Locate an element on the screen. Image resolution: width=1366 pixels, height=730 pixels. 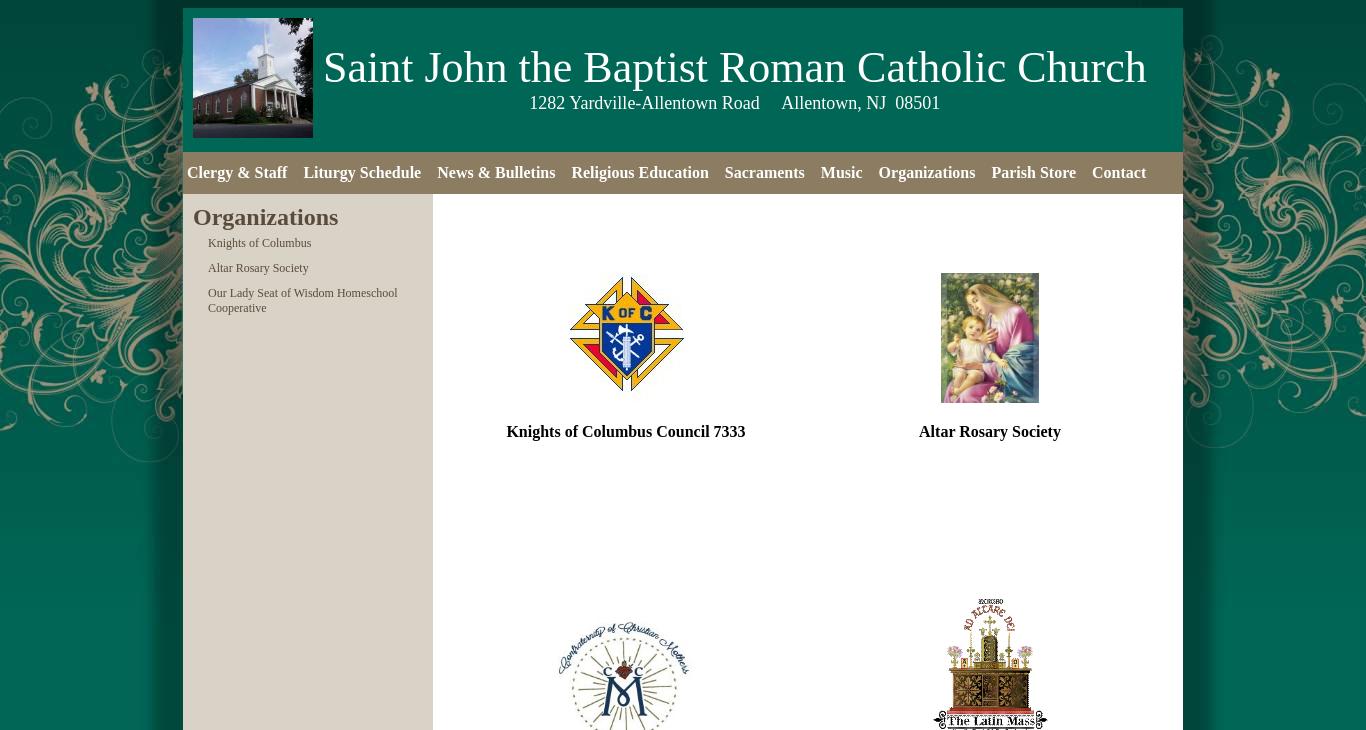
'Knights of Columbus Council 7333' is located at coordinates (624, 430).